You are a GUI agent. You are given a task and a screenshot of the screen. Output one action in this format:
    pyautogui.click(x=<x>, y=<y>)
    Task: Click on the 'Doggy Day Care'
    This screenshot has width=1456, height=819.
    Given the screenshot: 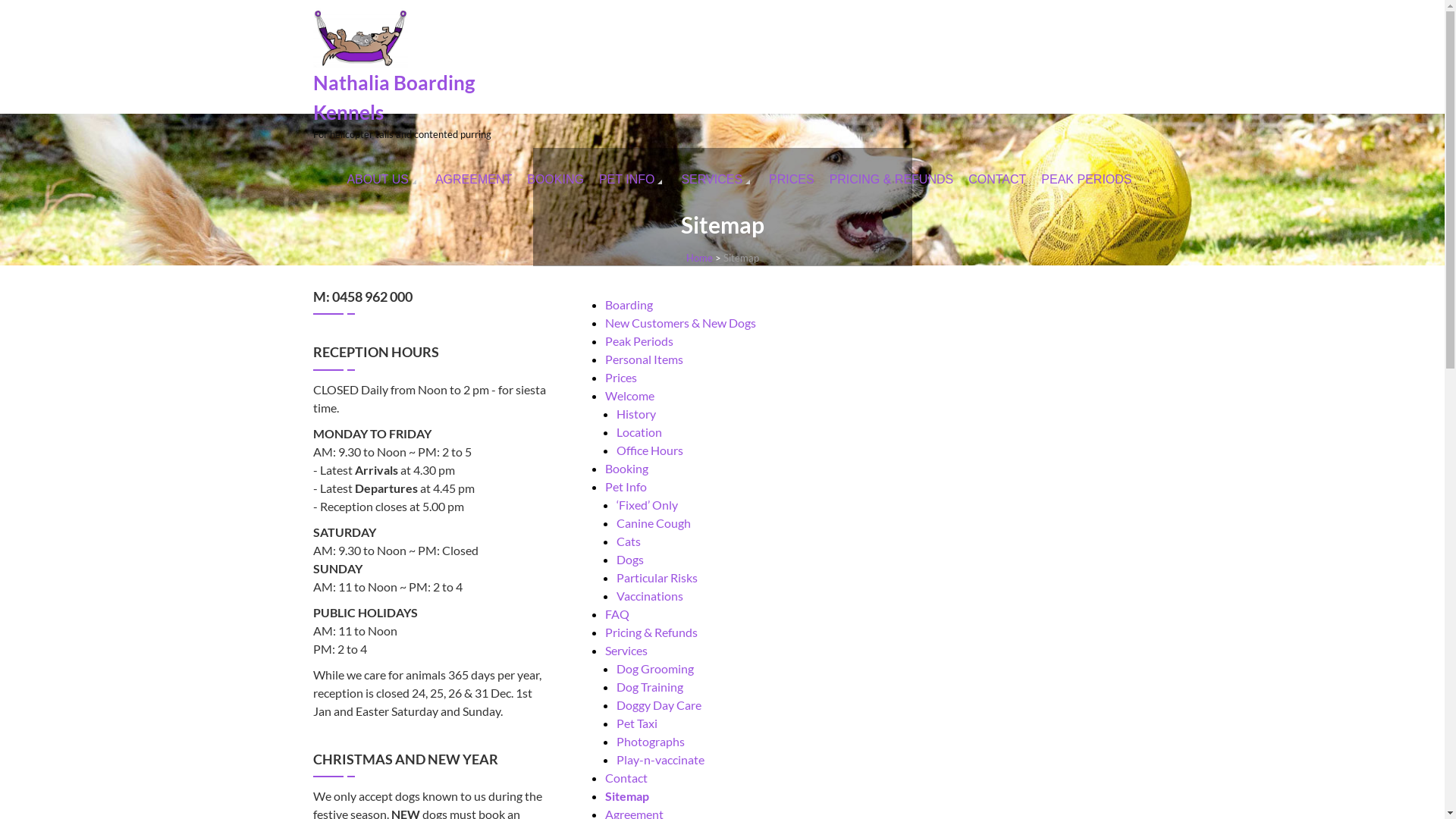 What is the action you would take?
    pyautogui.click(x=658, y=704)
    